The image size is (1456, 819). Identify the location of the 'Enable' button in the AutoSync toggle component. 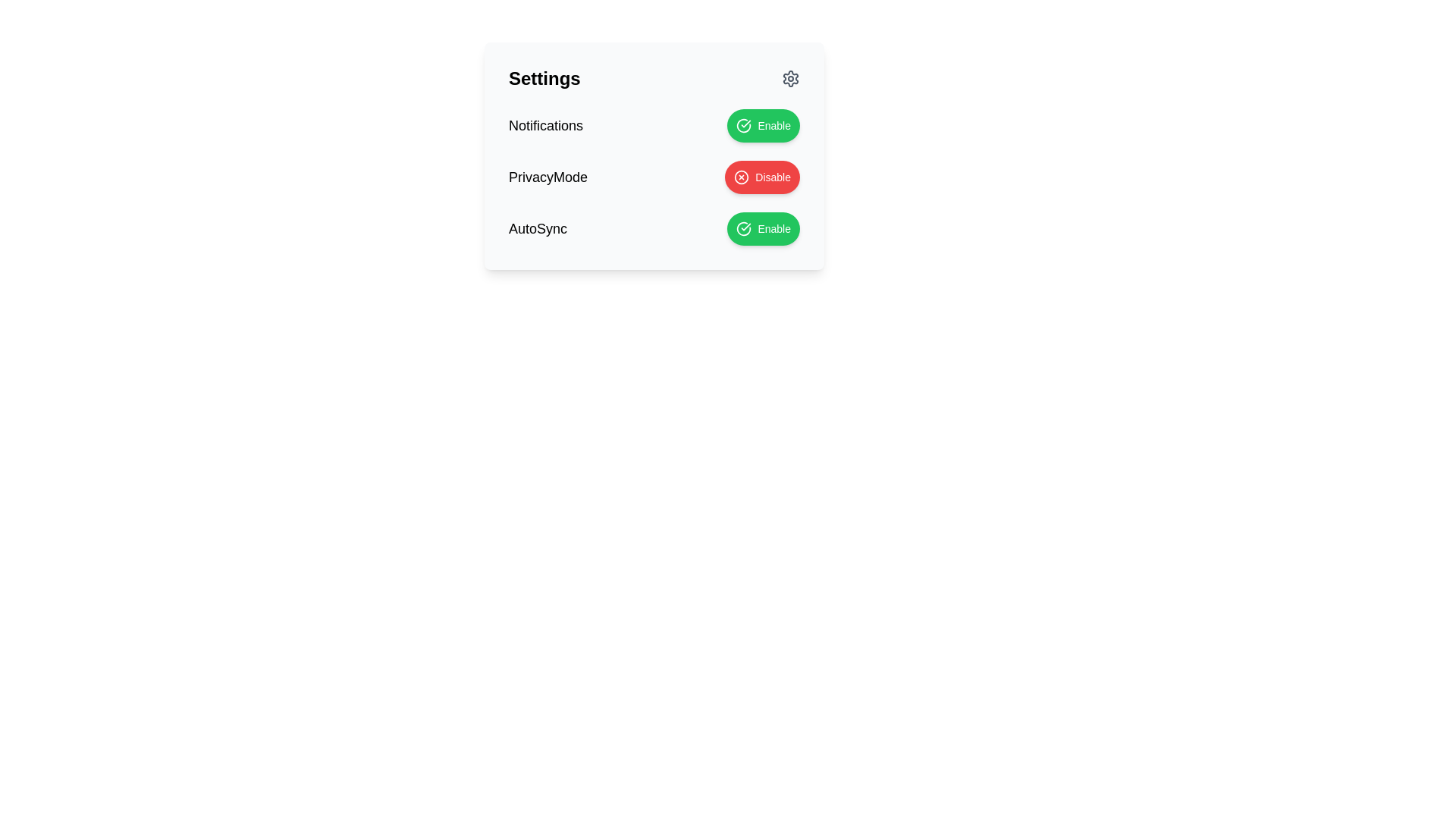
(654, 228).